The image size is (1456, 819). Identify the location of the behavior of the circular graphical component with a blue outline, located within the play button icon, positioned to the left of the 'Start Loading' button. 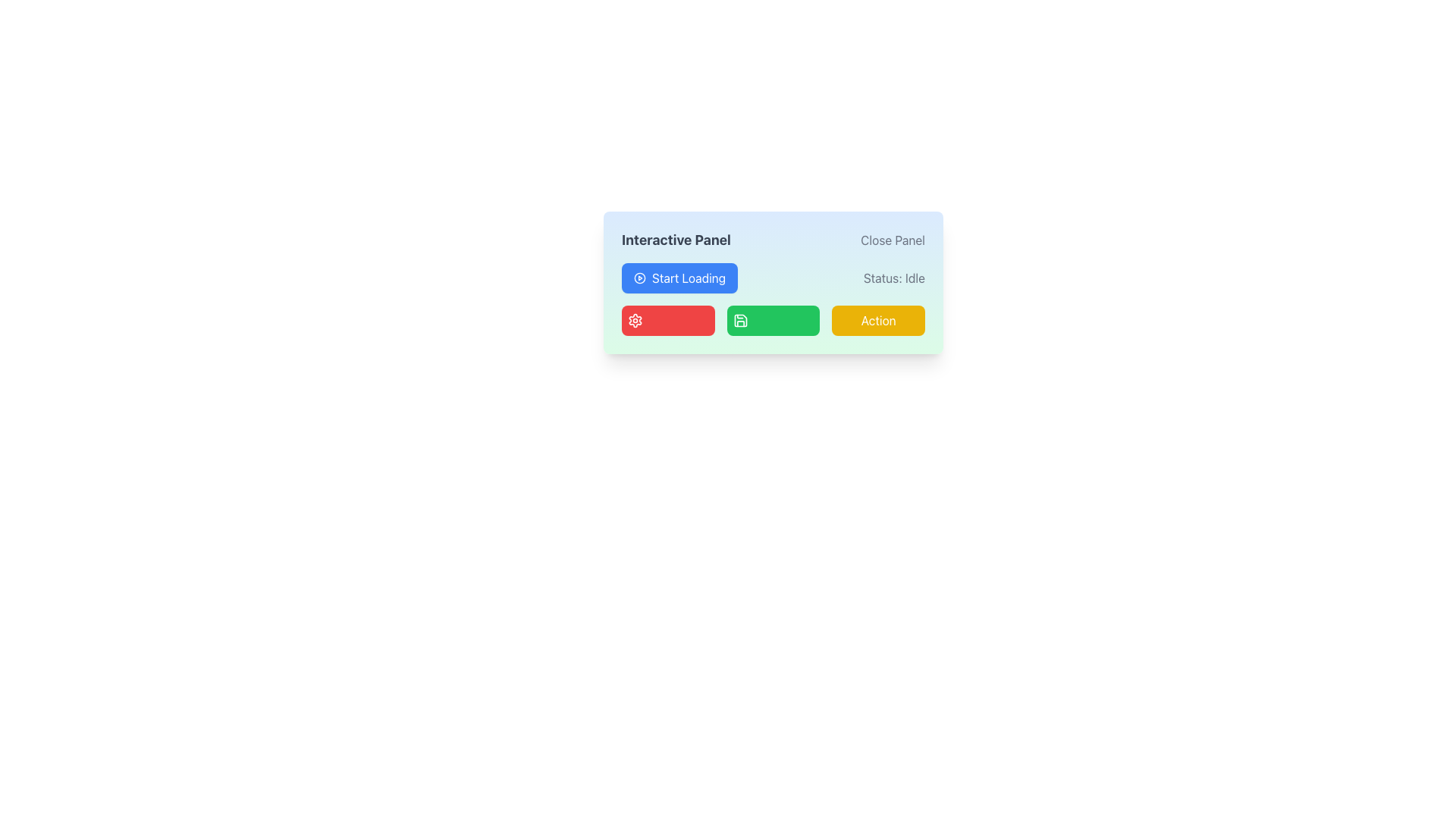
(640, 278).